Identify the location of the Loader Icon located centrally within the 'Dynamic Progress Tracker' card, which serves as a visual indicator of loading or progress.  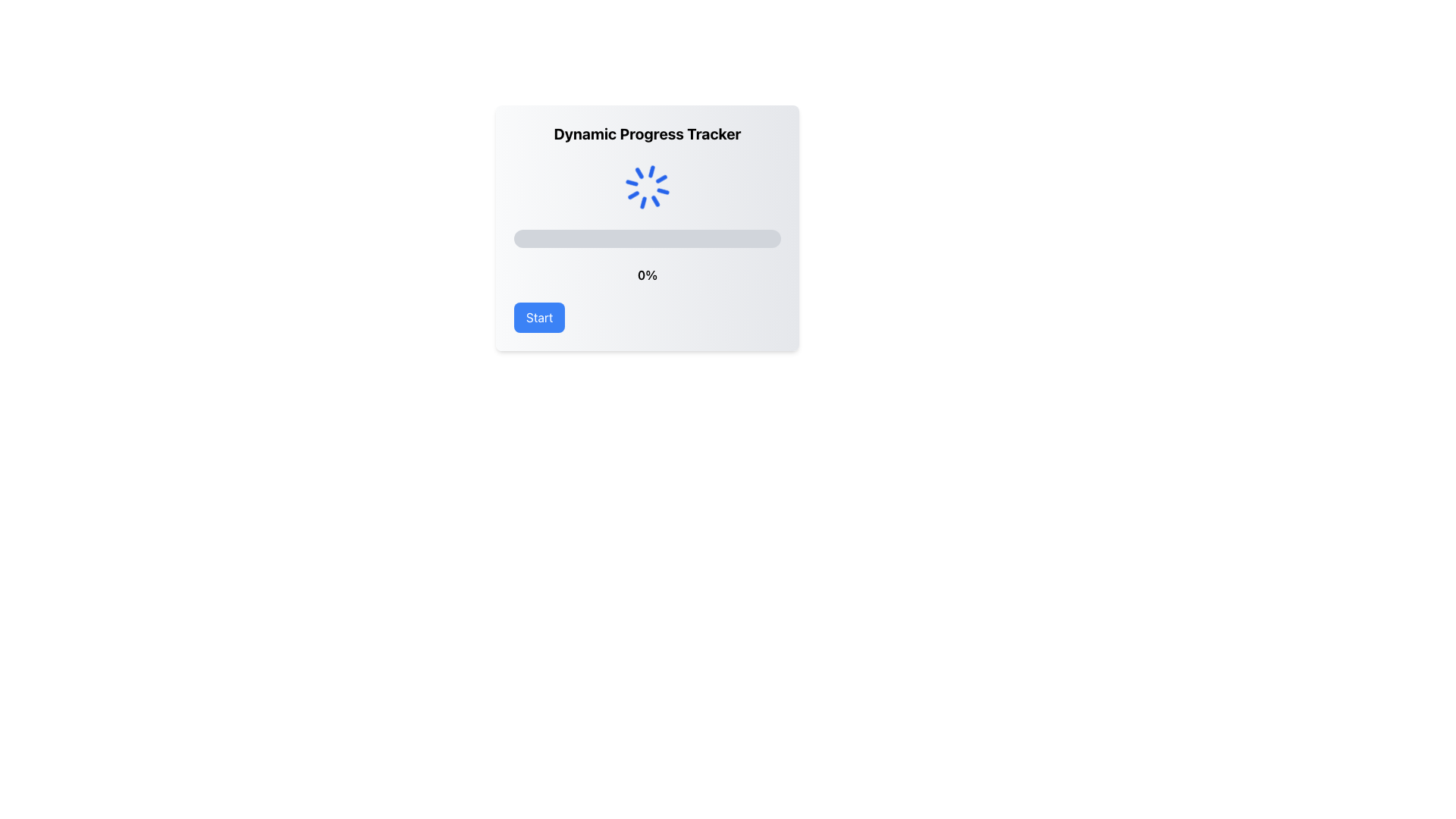
(648, 186).